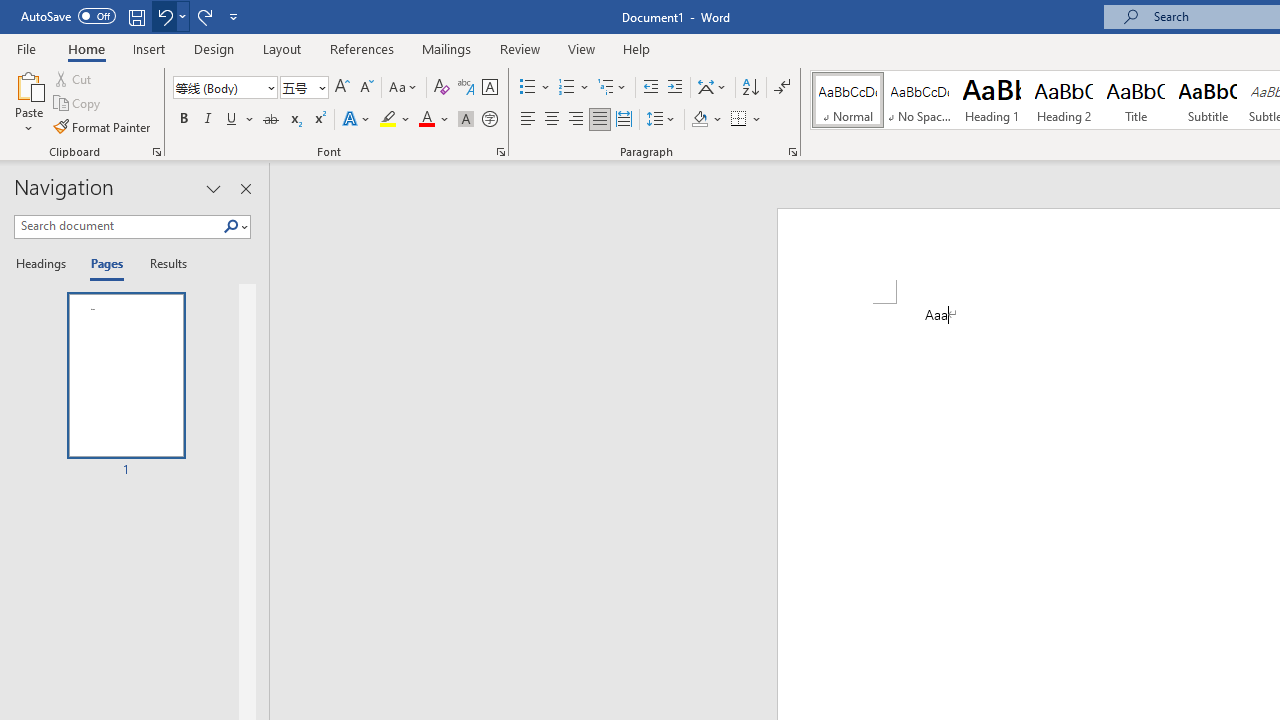 Image resolution: width=1280 pixels, height=720 pixels. What do you see at coordinates (231, 225) in the screenshot?
I see `'Class: NetUIImage'` at bounding box center [231, 225].